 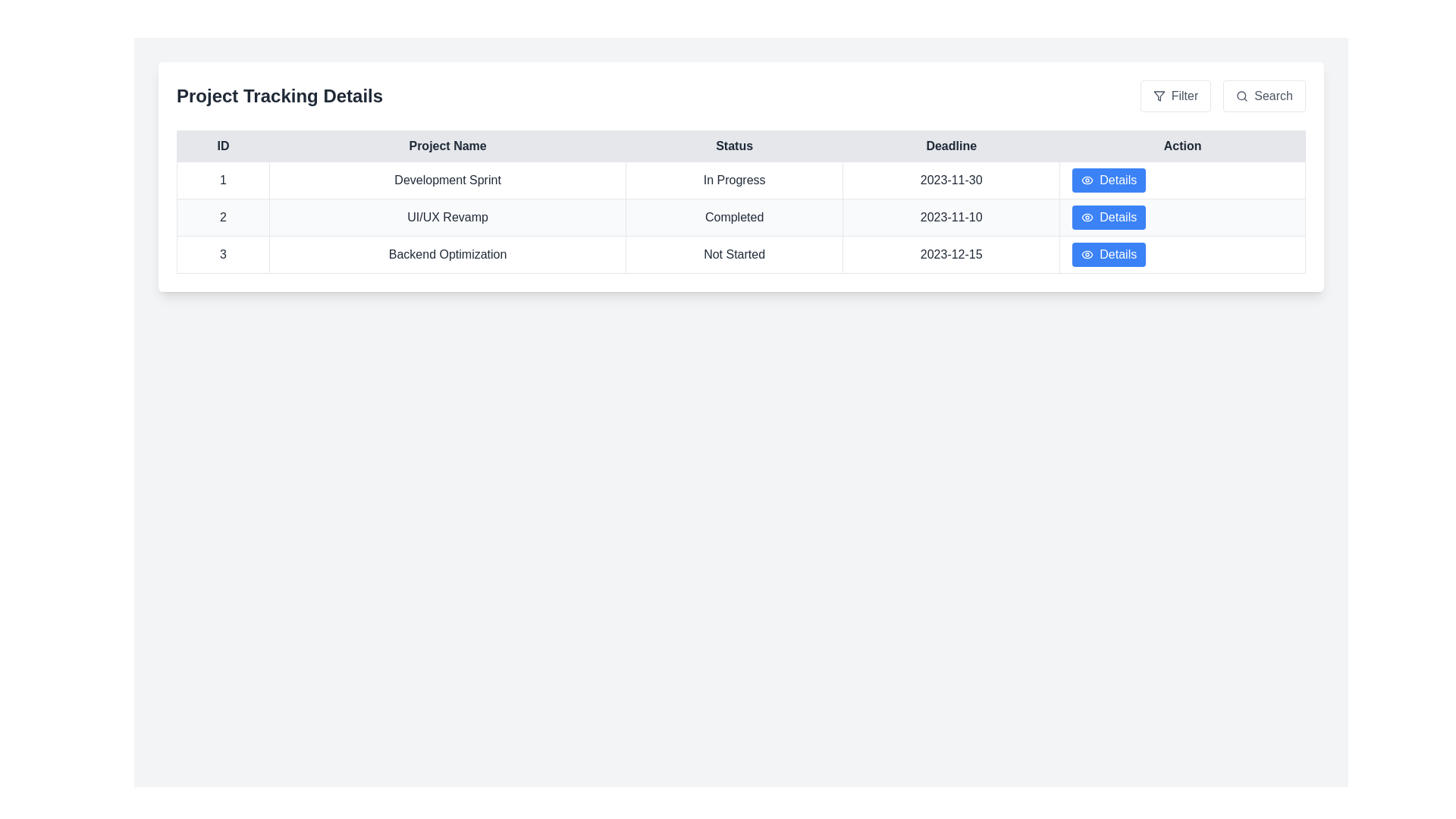 What do you see at coordinates (1087, 217) in the screenshot?
I see `the eye-shaped icon with a blue background and white details, which is part of the 'Details' button in the second row of the table` at bounding box center [1087, 217].